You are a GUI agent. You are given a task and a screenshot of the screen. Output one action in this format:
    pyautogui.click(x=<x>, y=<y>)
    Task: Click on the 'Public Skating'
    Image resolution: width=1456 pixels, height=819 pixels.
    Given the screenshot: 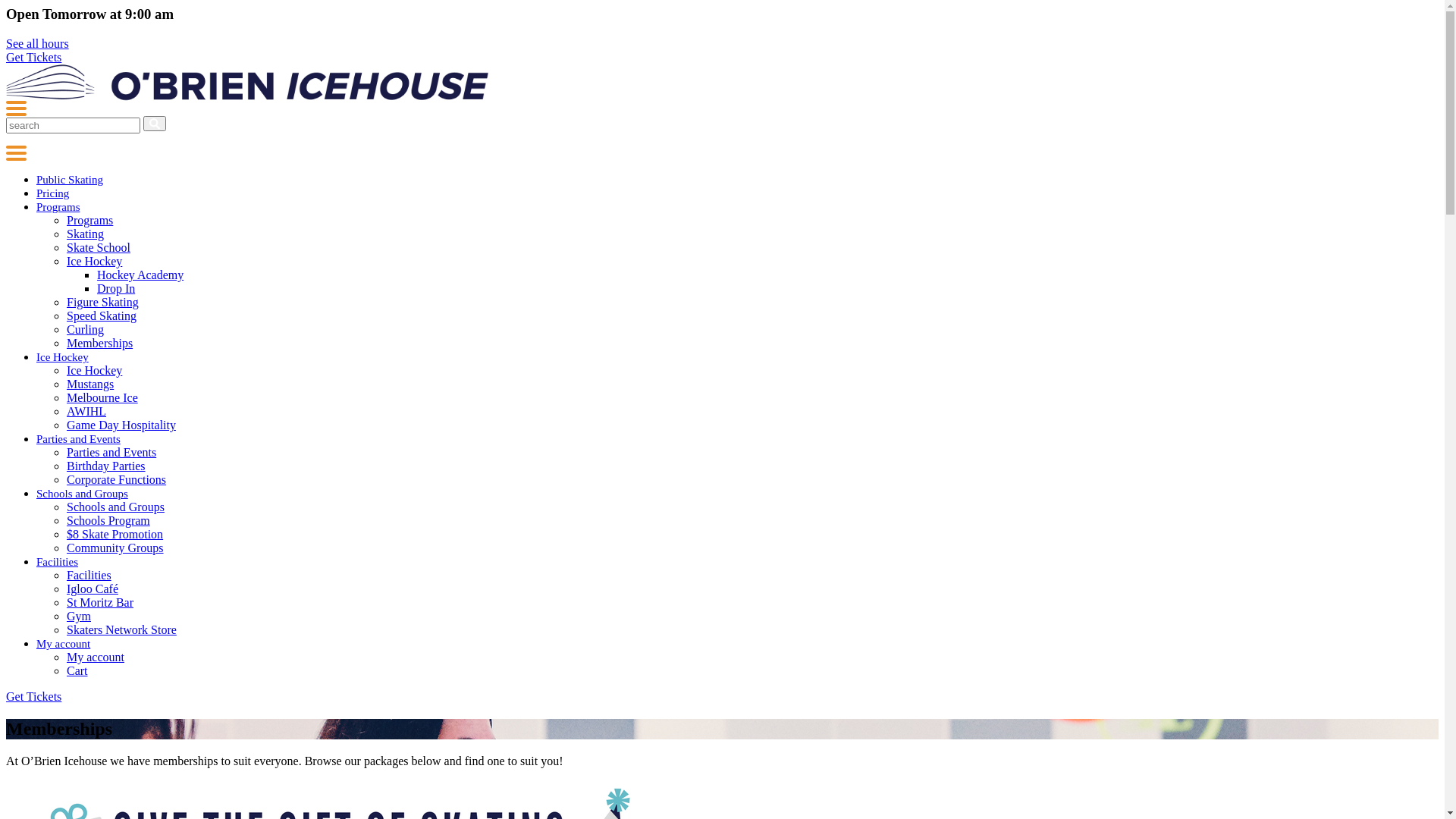 What is the action you would take?
    pyautogui.click(x=36, y=178)
    